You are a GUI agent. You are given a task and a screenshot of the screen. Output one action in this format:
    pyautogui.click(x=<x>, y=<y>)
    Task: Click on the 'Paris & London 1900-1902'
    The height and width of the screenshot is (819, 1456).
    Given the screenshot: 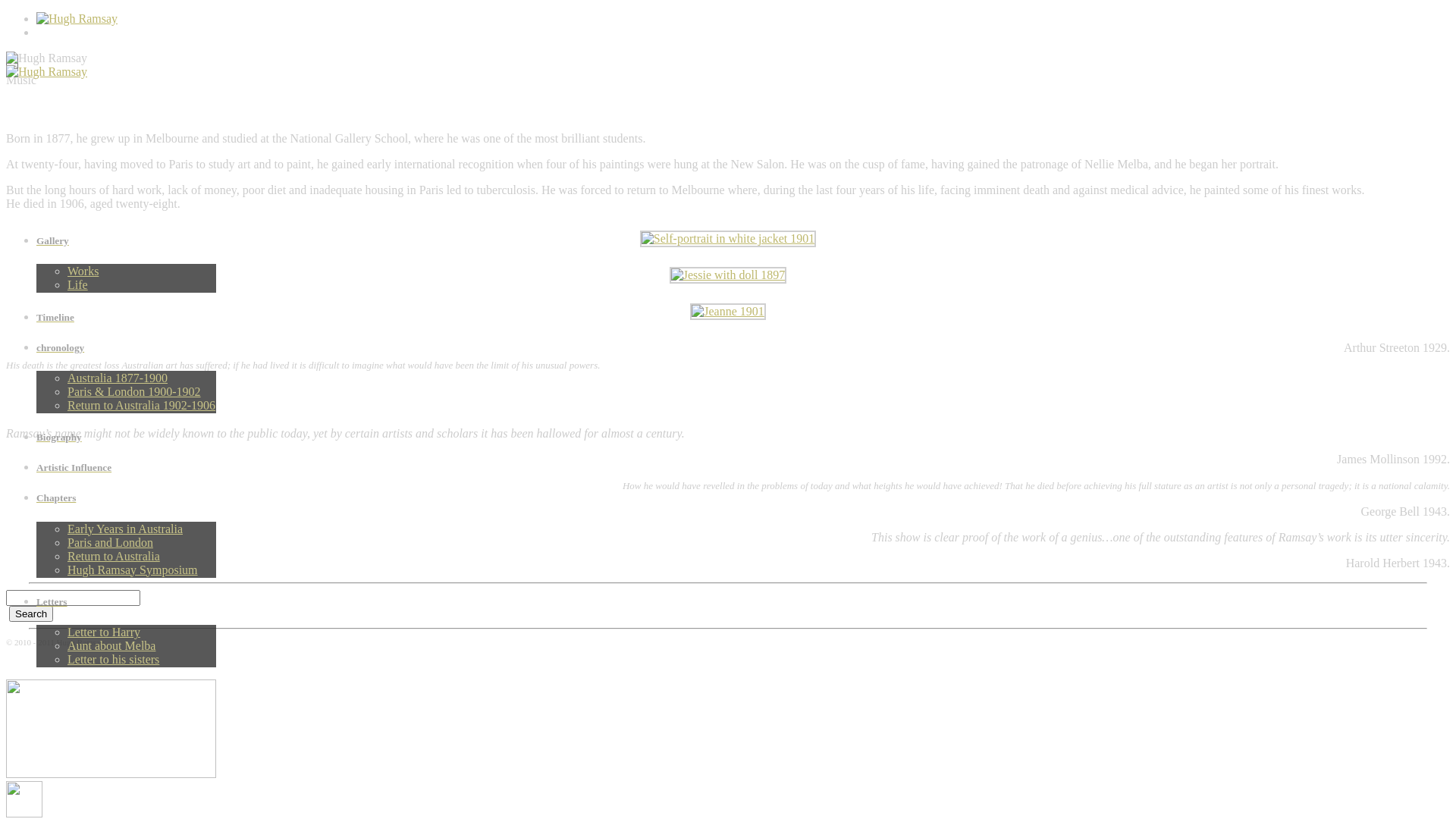 What is the action you would take?
    pyautogui.click(x=134, y=391)
    